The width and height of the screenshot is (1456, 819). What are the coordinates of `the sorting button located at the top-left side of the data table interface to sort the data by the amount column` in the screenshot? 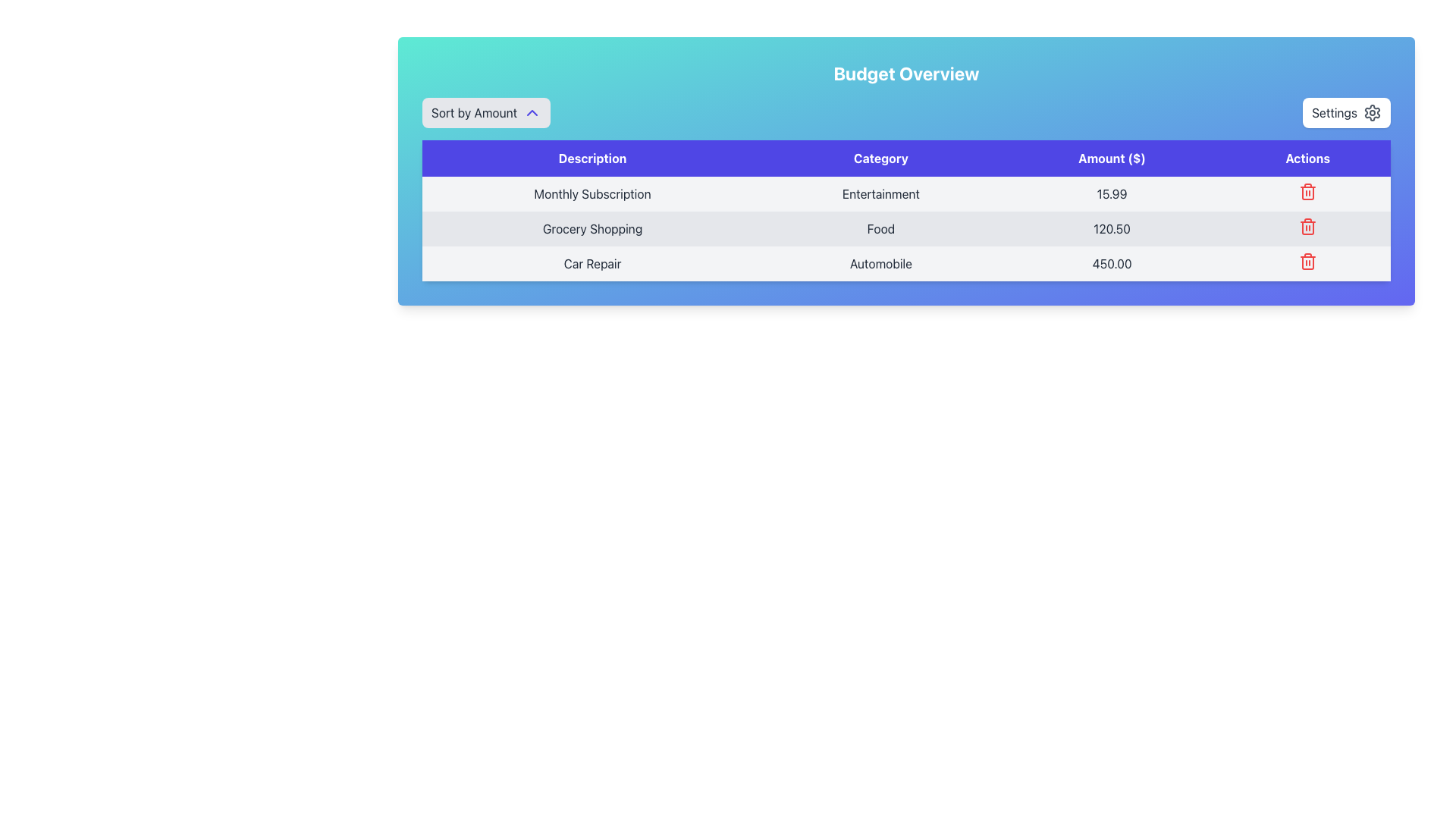 It's located at (486, 112).